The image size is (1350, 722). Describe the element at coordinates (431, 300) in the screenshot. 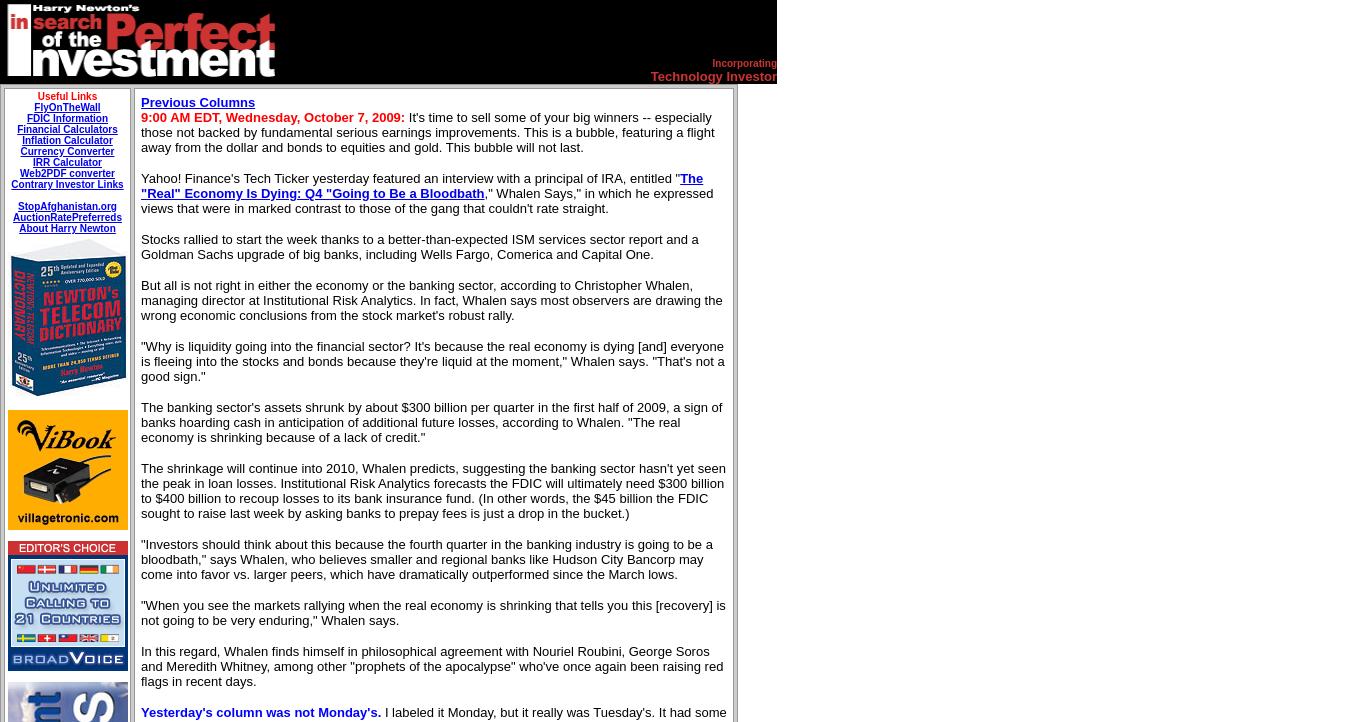

I see `'But all is not 
  right in either the economy or the banking sector, according to Christopher 
  Whalen, managing director at Institutional Risk Analytics. In fact, Whalen says 
  most observers are drawing the wrong economic conclusions from the stock market's 
  robust rally.'` at that location.